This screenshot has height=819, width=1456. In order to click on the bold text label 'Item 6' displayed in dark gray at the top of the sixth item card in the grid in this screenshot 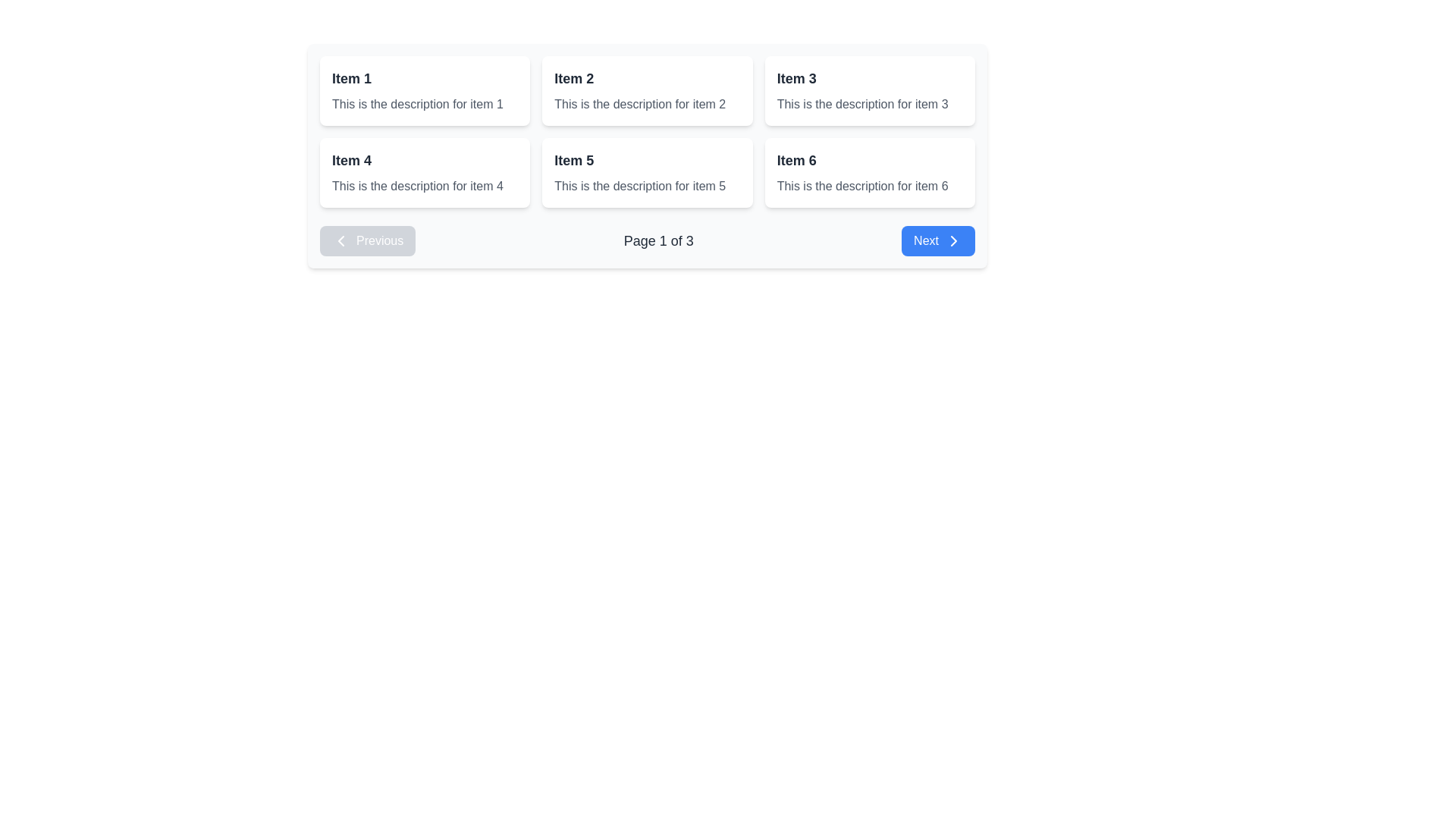, I will do `click(795, 161)`.